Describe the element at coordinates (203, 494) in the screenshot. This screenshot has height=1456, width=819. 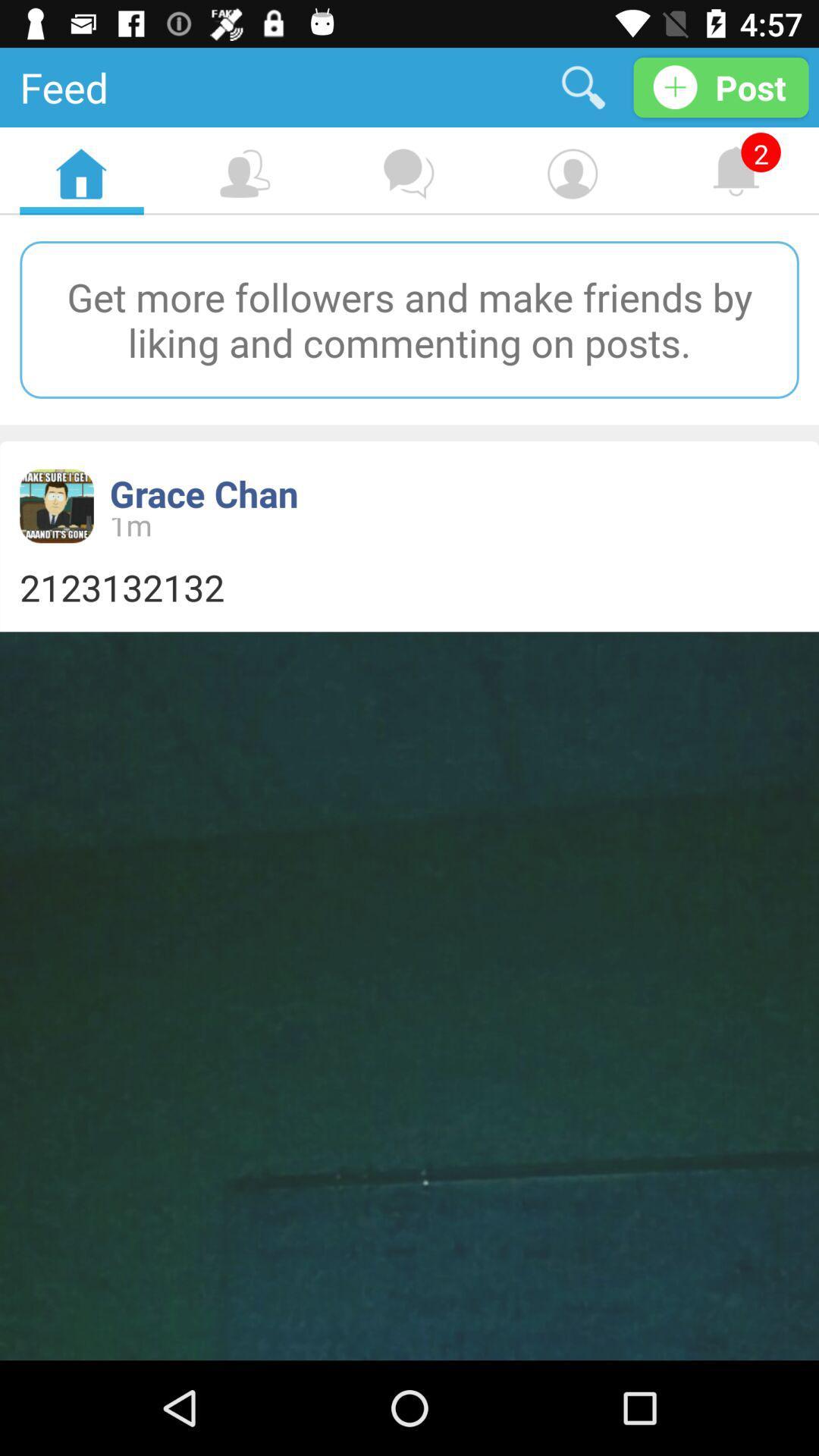
I see `grace chan` at that location.